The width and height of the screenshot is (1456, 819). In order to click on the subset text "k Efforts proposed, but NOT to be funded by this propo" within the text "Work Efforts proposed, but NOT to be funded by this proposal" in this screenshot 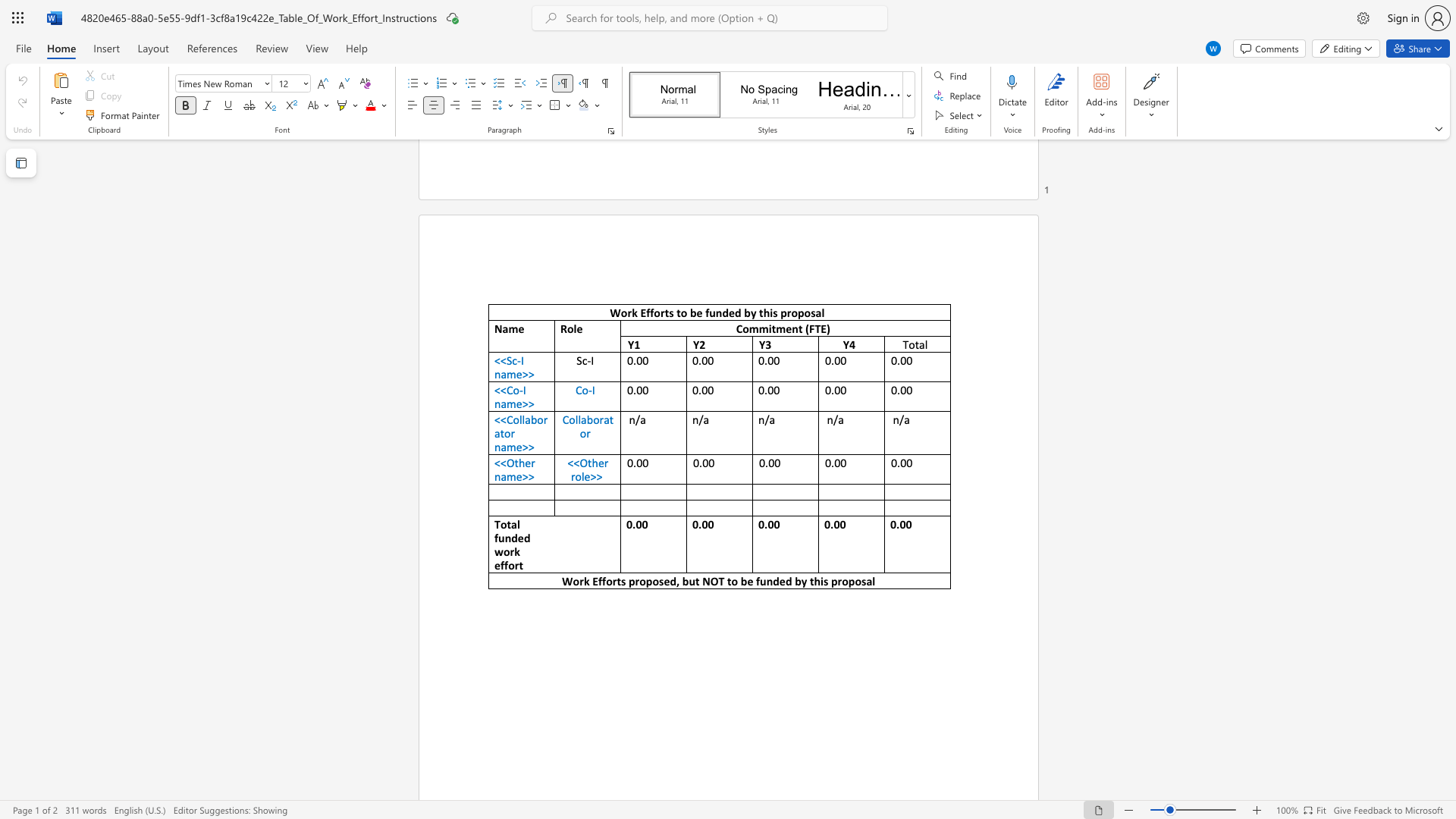, I will do `click(582, 580)`.